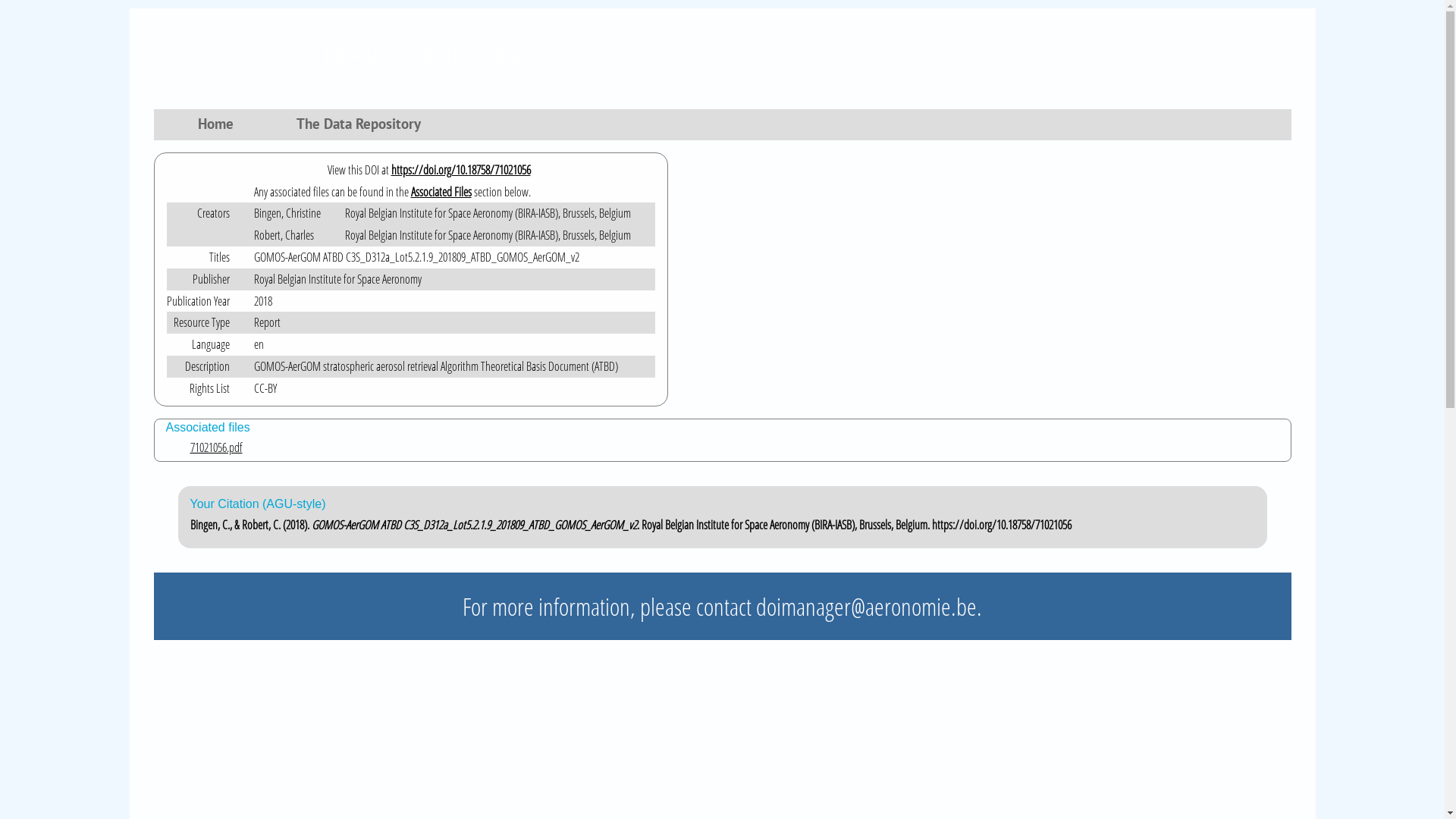  What do you see at coordinates (460, 169) in the screenshot?
I see `'https://doi.org/10.18758/71021056'` at bounding box center [460, 169].